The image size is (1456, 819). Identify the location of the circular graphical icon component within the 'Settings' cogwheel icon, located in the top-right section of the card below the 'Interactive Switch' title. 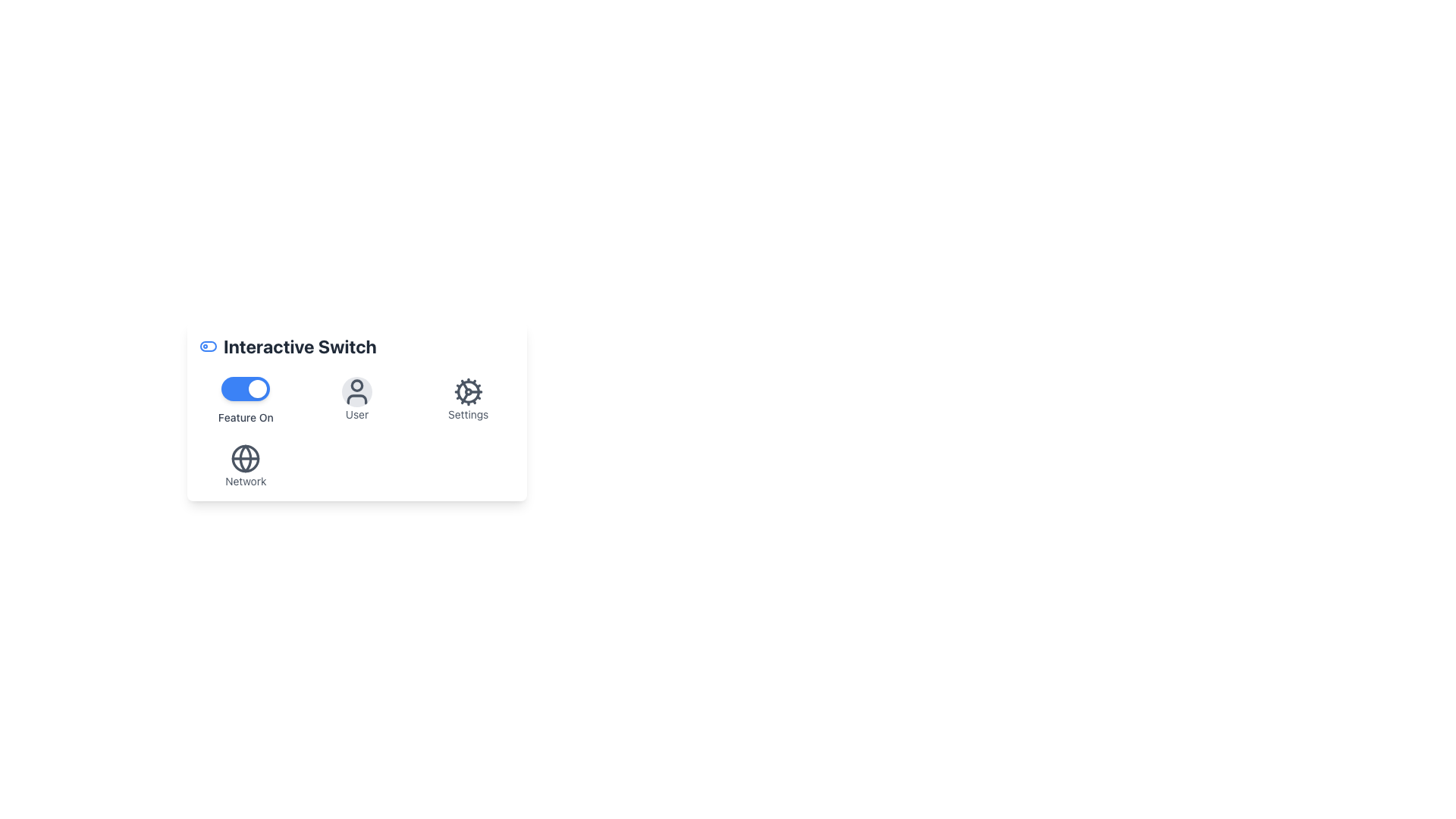
(467, 391).